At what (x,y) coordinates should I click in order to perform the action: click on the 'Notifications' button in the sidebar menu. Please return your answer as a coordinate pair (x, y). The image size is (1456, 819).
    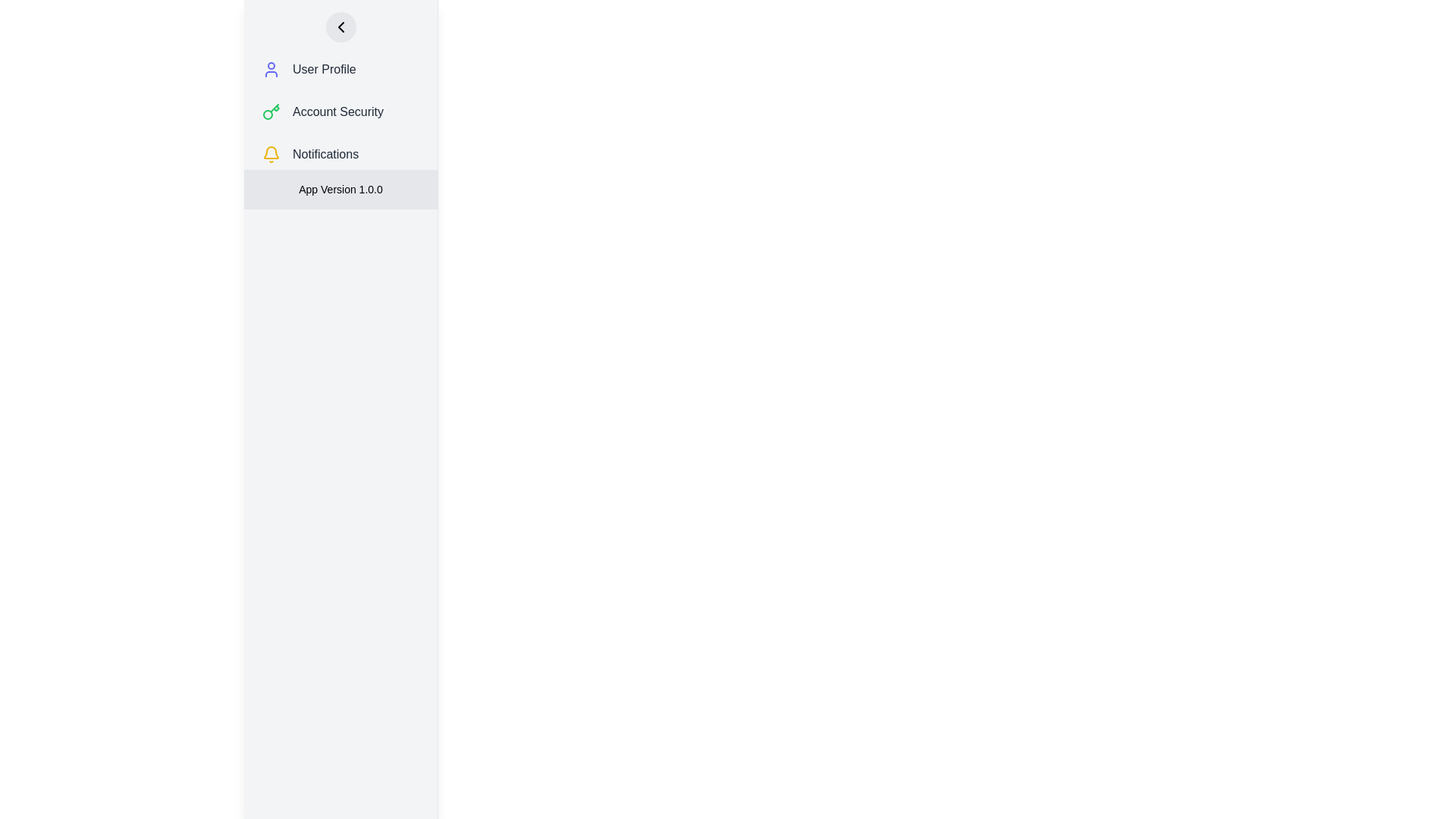
    Looking at the image, I should click on (340, 155).